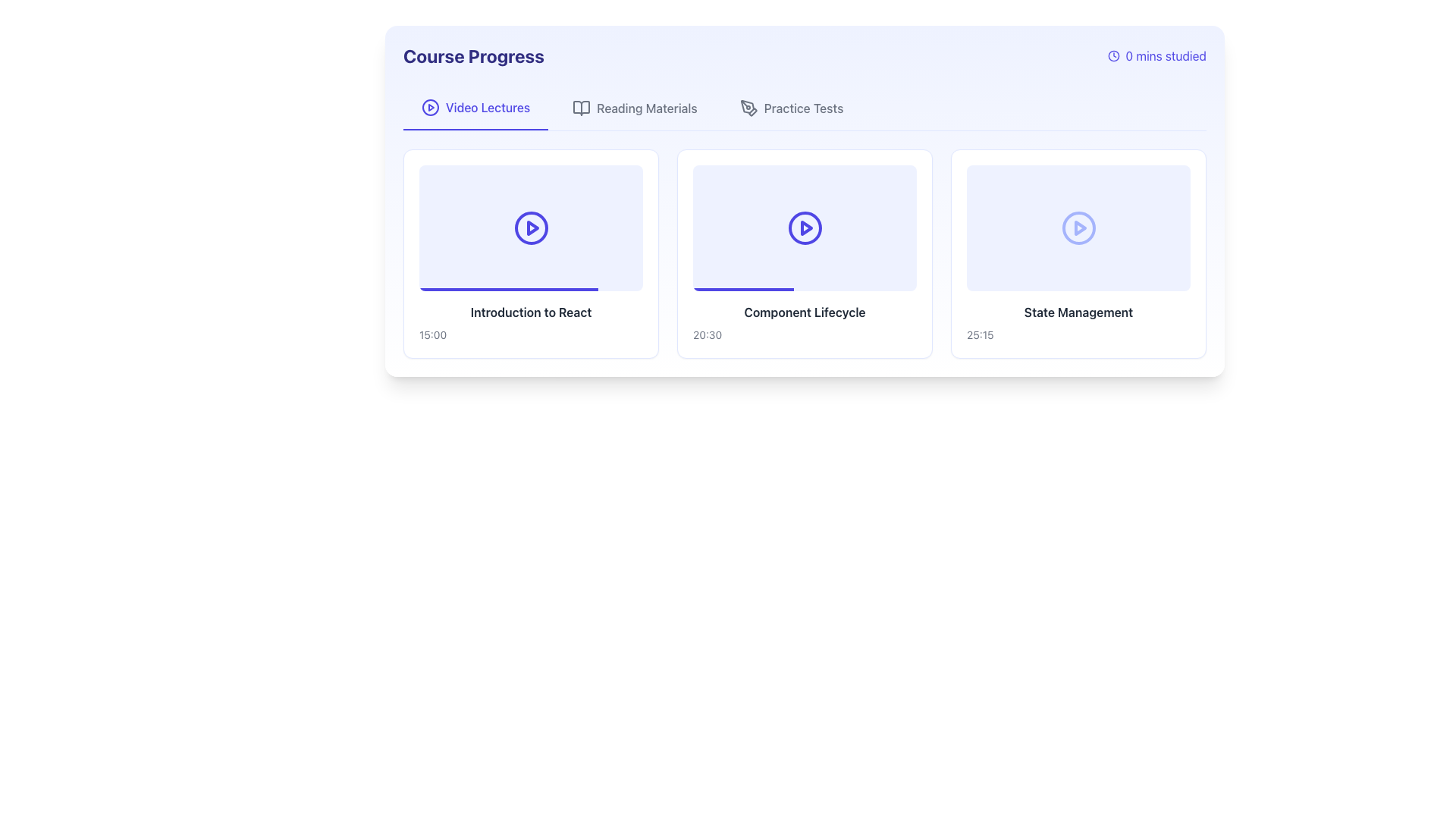  I want to click on the 'Reading Materials' tab, which is the second tab in the 'Course Progress' section of the horizontal navigation bar, to change its text color to blue, so click(635, 107).